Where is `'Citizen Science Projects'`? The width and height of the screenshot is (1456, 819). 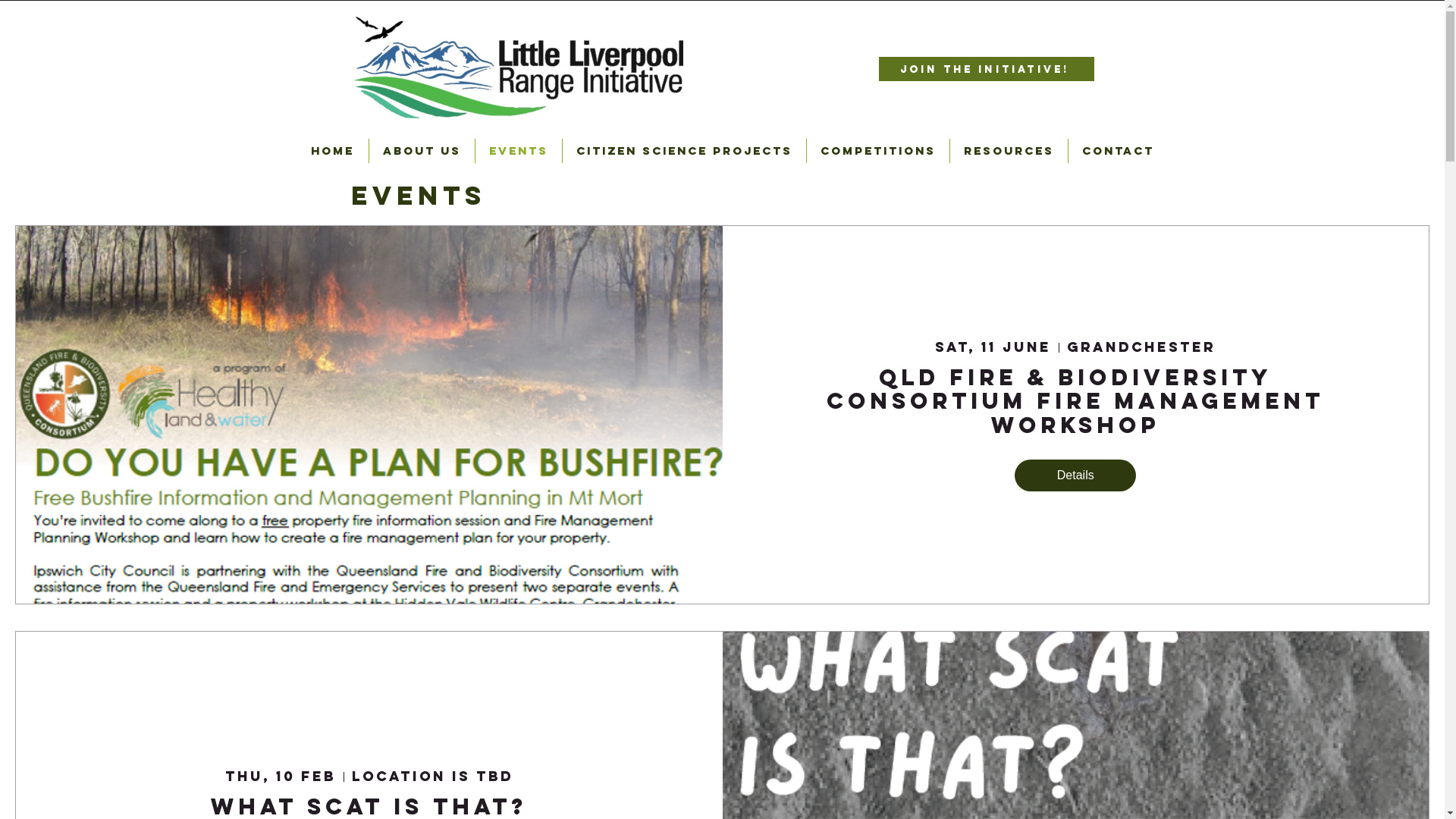 'Citizen Science Projects' is located at coordinates (683, 151).